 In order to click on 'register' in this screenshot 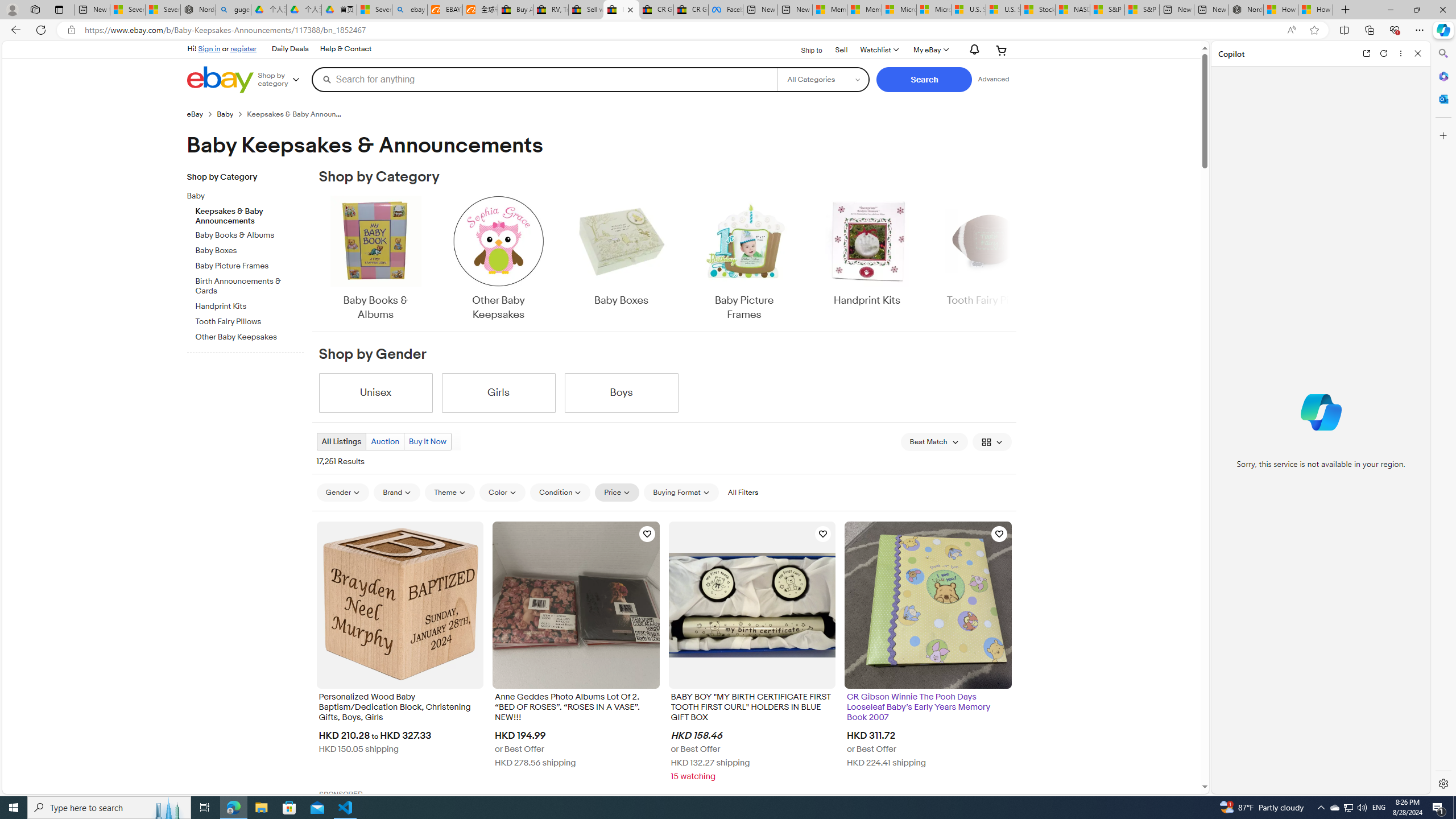, I will do `click(243, 48)`.